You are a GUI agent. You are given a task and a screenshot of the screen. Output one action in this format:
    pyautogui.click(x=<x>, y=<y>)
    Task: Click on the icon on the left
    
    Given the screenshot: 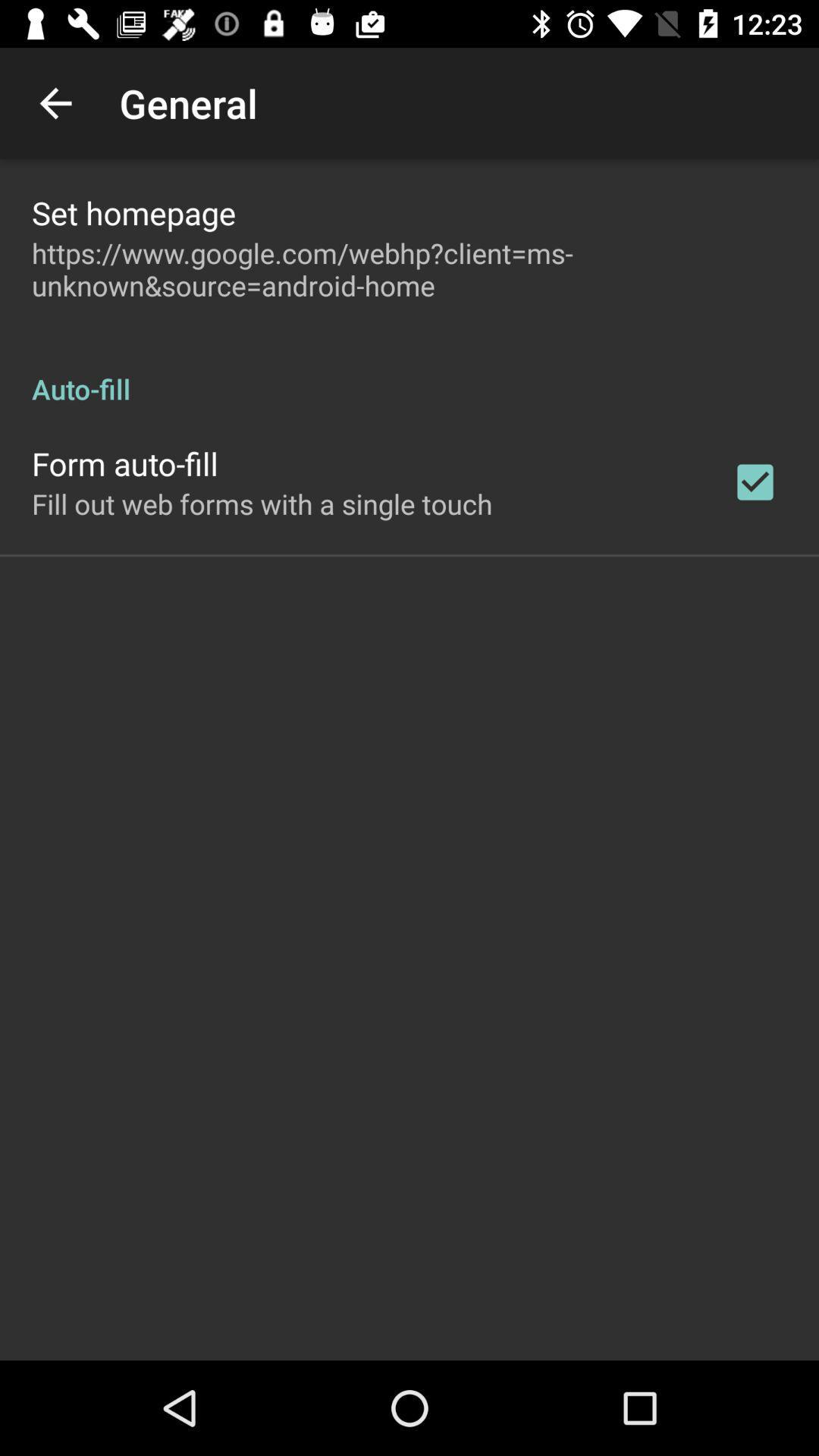 What is the action you would take?
    pyautogui.click(x=261, y=504)
    